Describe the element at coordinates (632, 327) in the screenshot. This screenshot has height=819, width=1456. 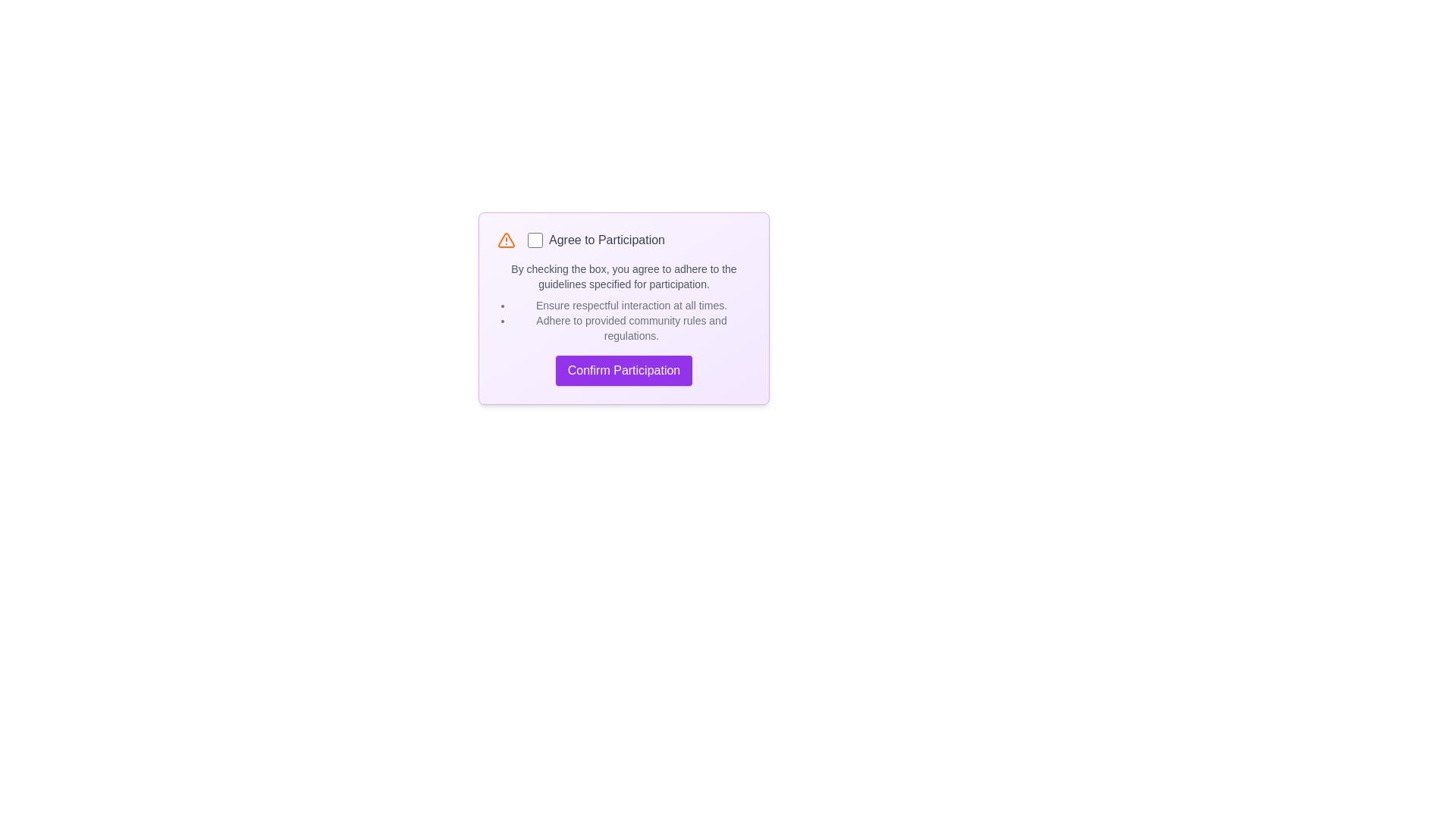
I see `the text label reading 'Adhere to provided community rules and regulations.' which is styled in gray and part of a bulleted list beneath the agreement checkbox in the dialog box` at that location.